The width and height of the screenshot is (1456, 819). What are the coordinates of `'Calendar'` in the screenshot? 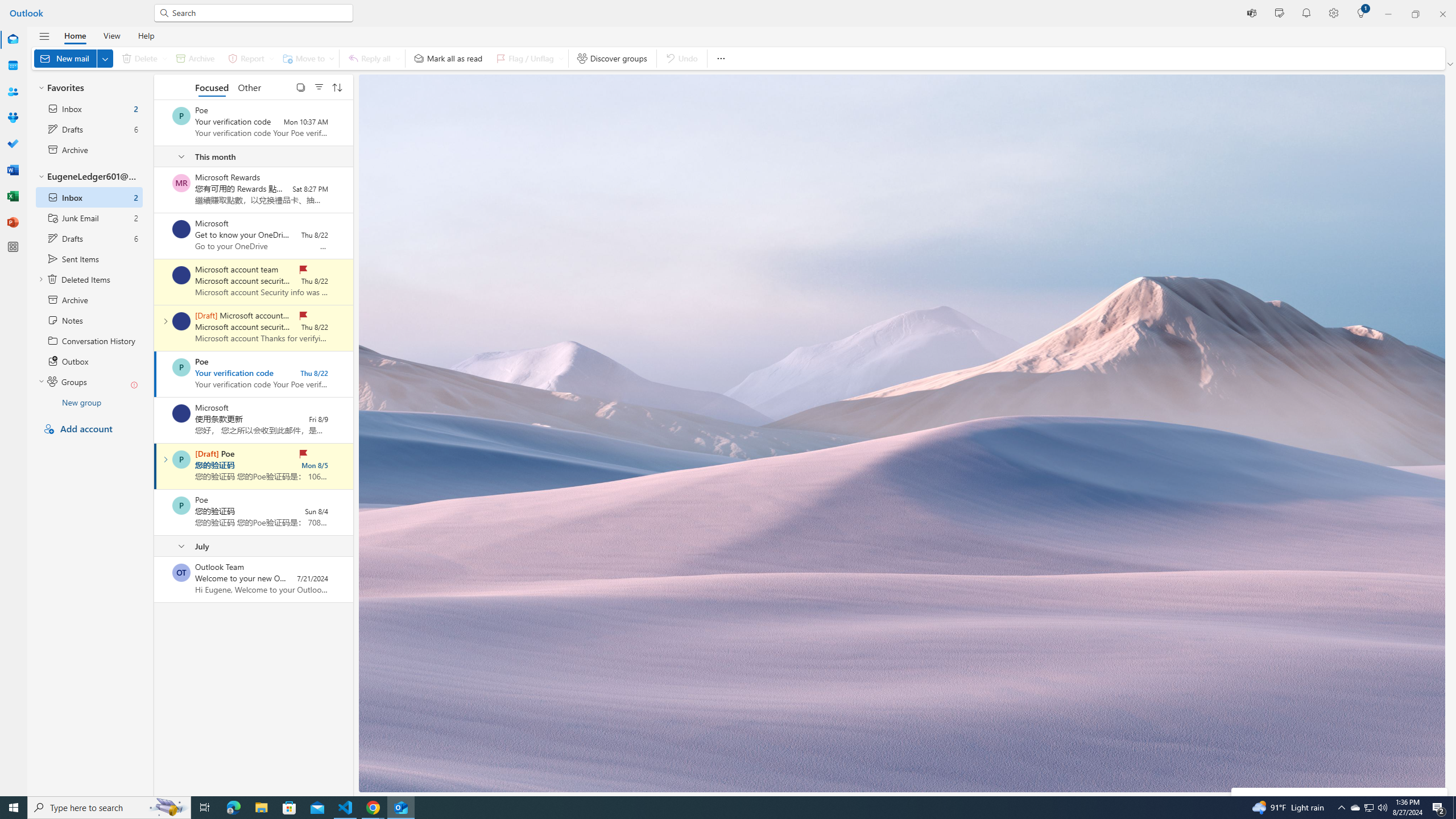 It's located at (13, 65).